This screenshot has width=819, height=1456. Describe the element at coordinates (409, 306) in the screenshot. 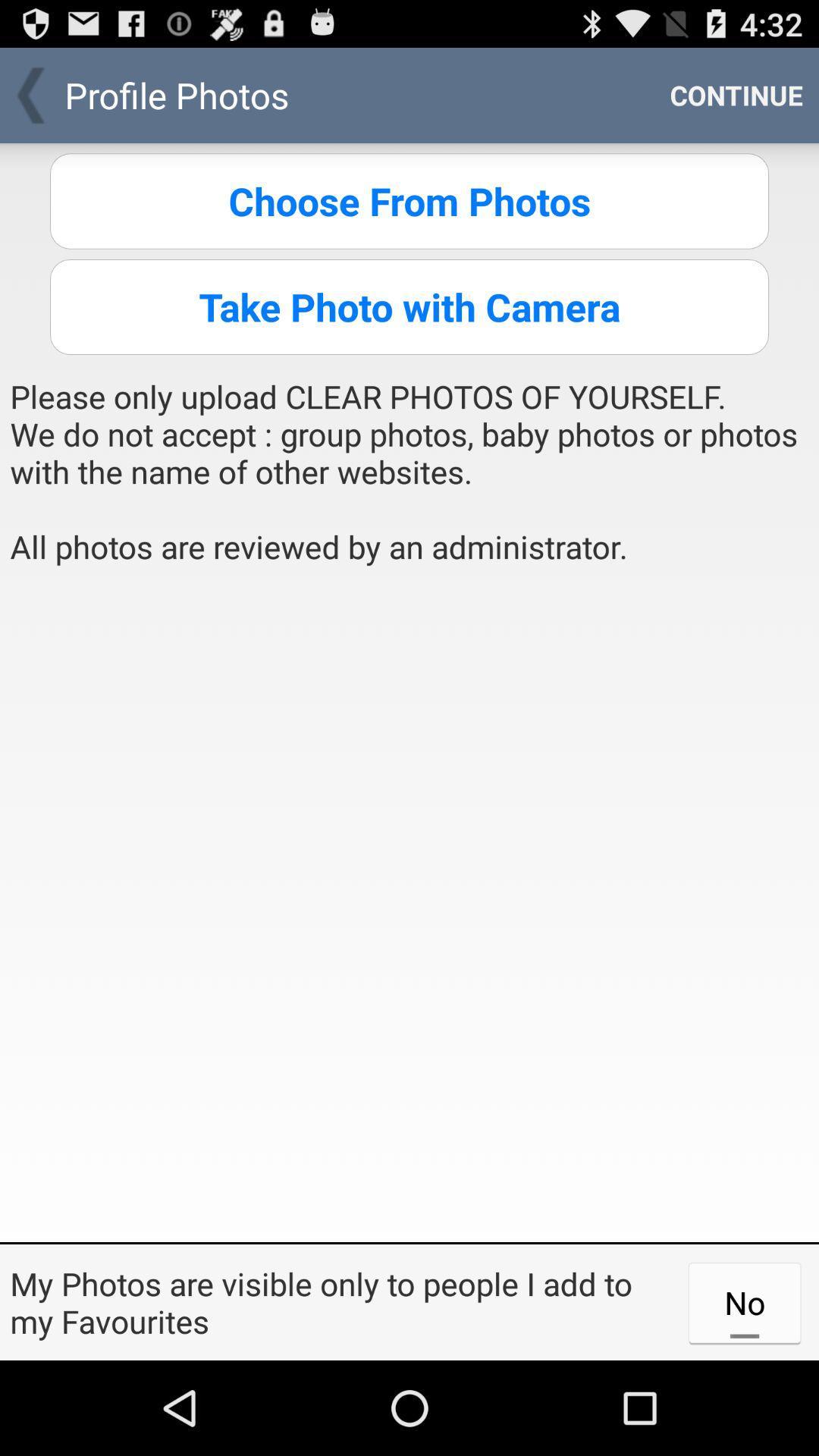

I see `the icon above the please only upload` at that location.